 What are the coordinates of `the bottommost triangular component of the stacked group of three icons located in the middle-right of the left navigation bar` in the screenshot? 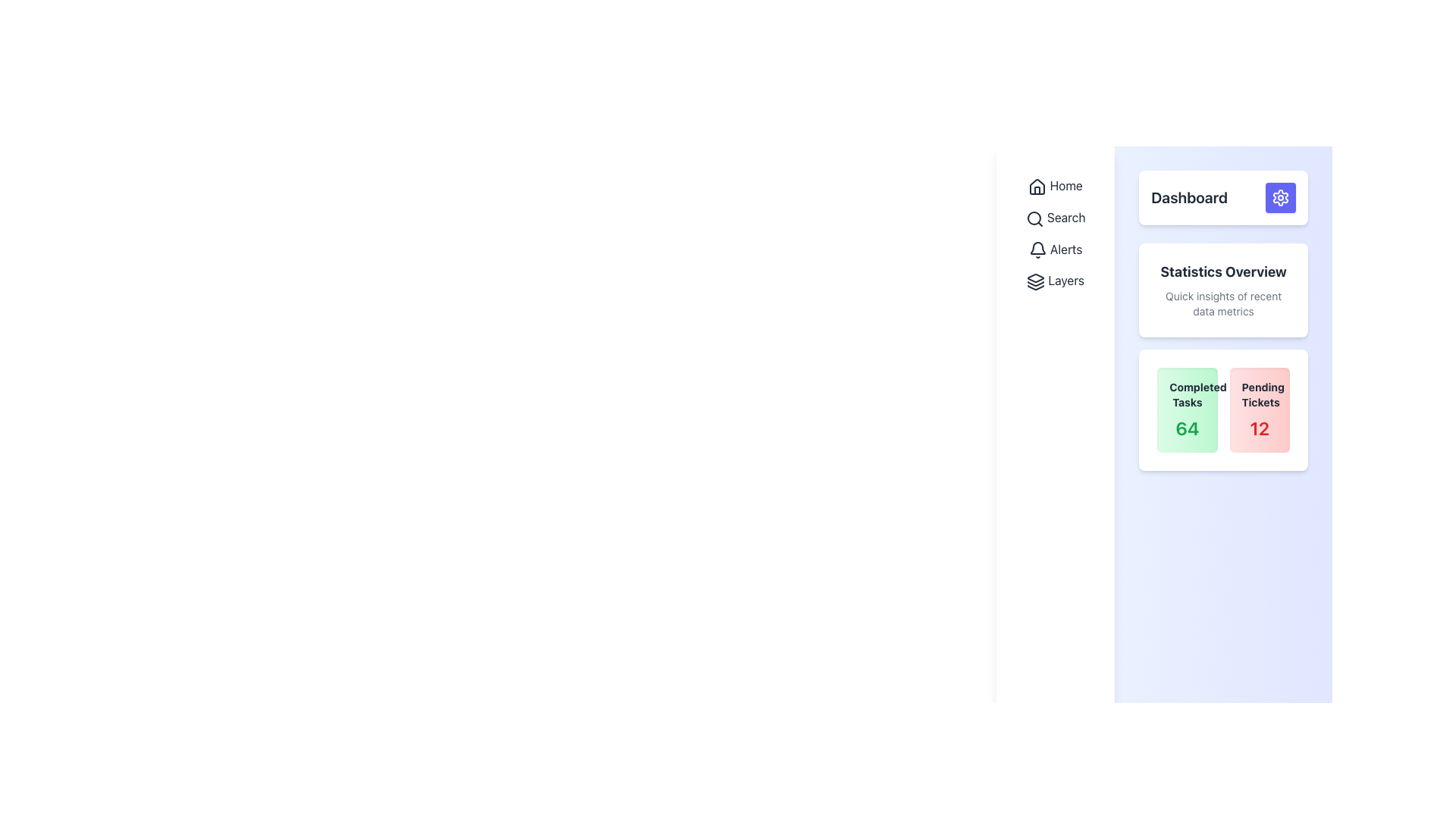 It's located at (1035, 287).